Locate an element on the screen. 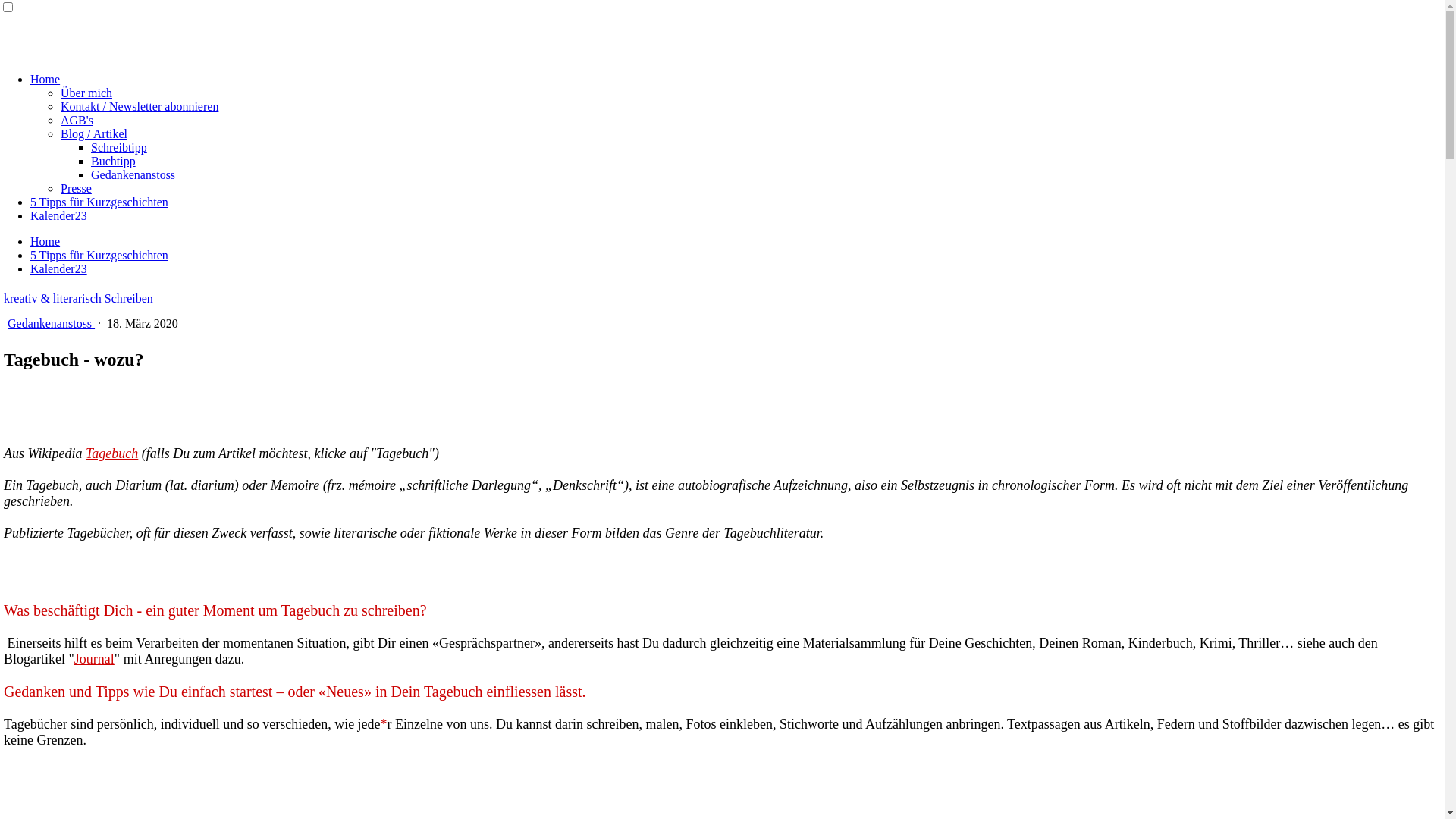 This screenshot has width=1456, height=819. 'Blog / Artikel' is located at coordinates (93, 133).